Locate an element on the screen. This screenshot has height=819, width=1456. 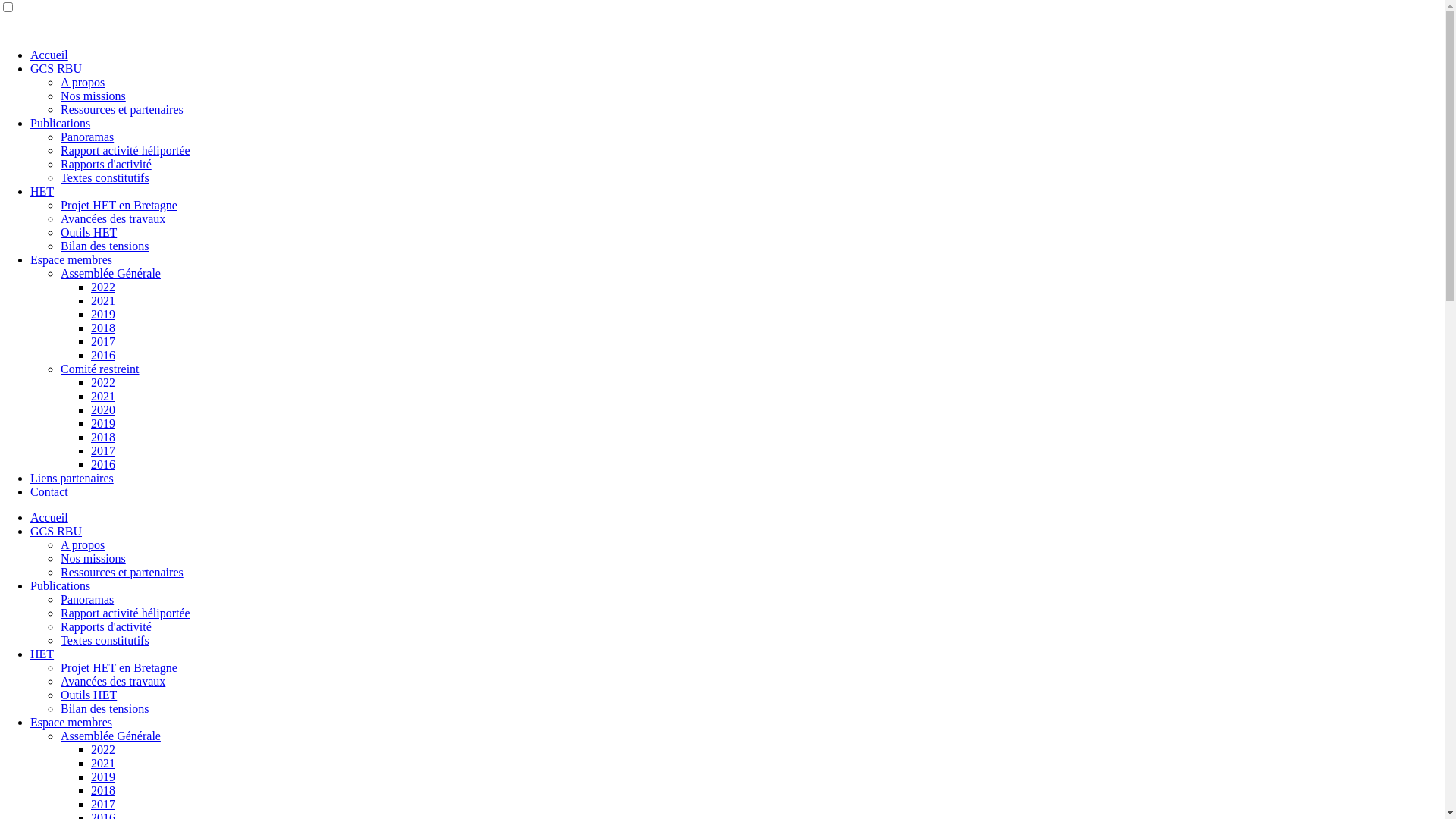
'2020' is located at coordinates (102, 409).